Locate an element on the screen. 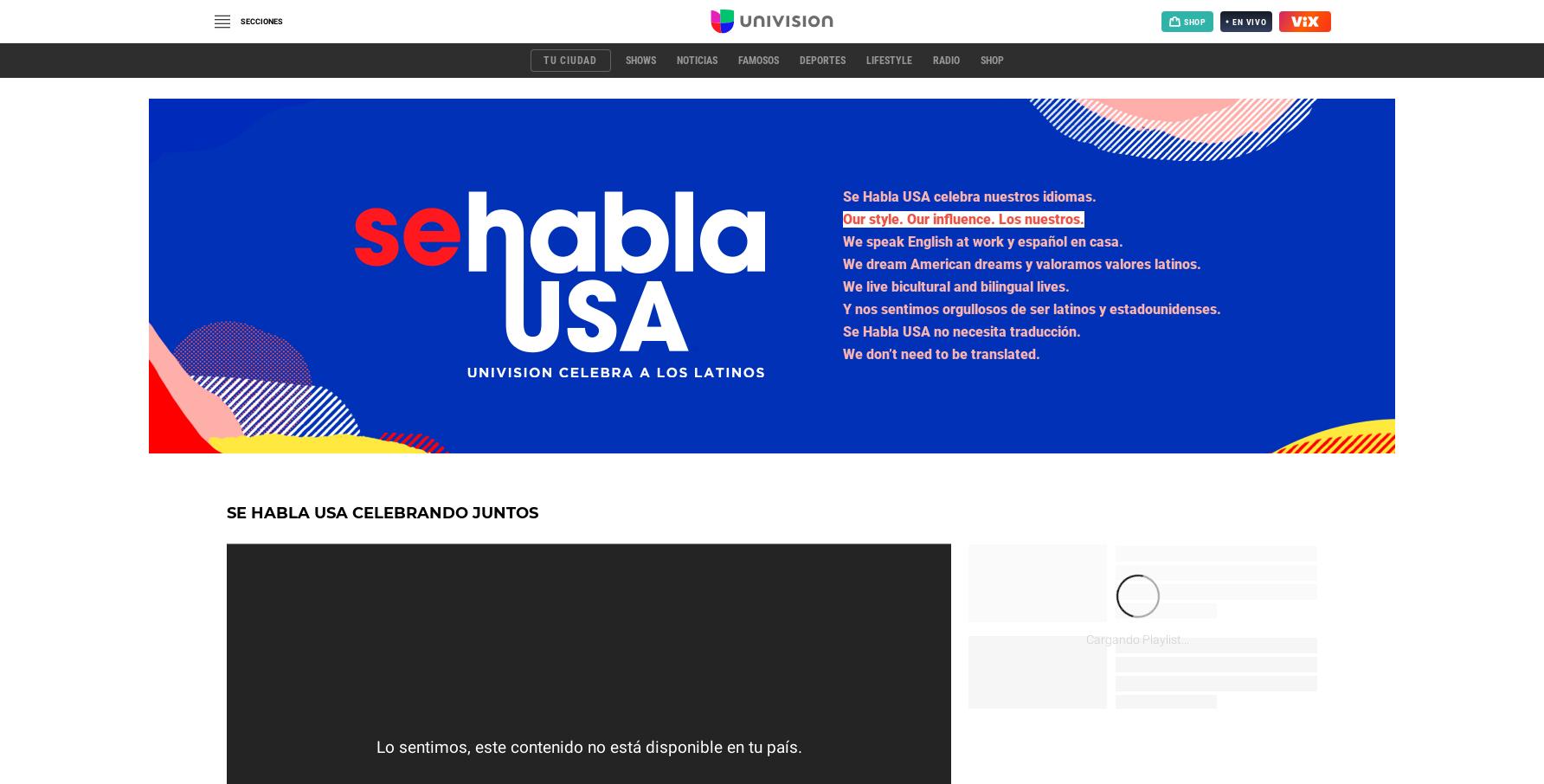 Image resolution: width=1544 pixels, height=784 pixels. 'Tu Ciudad' is located at coordinates (542, 61).